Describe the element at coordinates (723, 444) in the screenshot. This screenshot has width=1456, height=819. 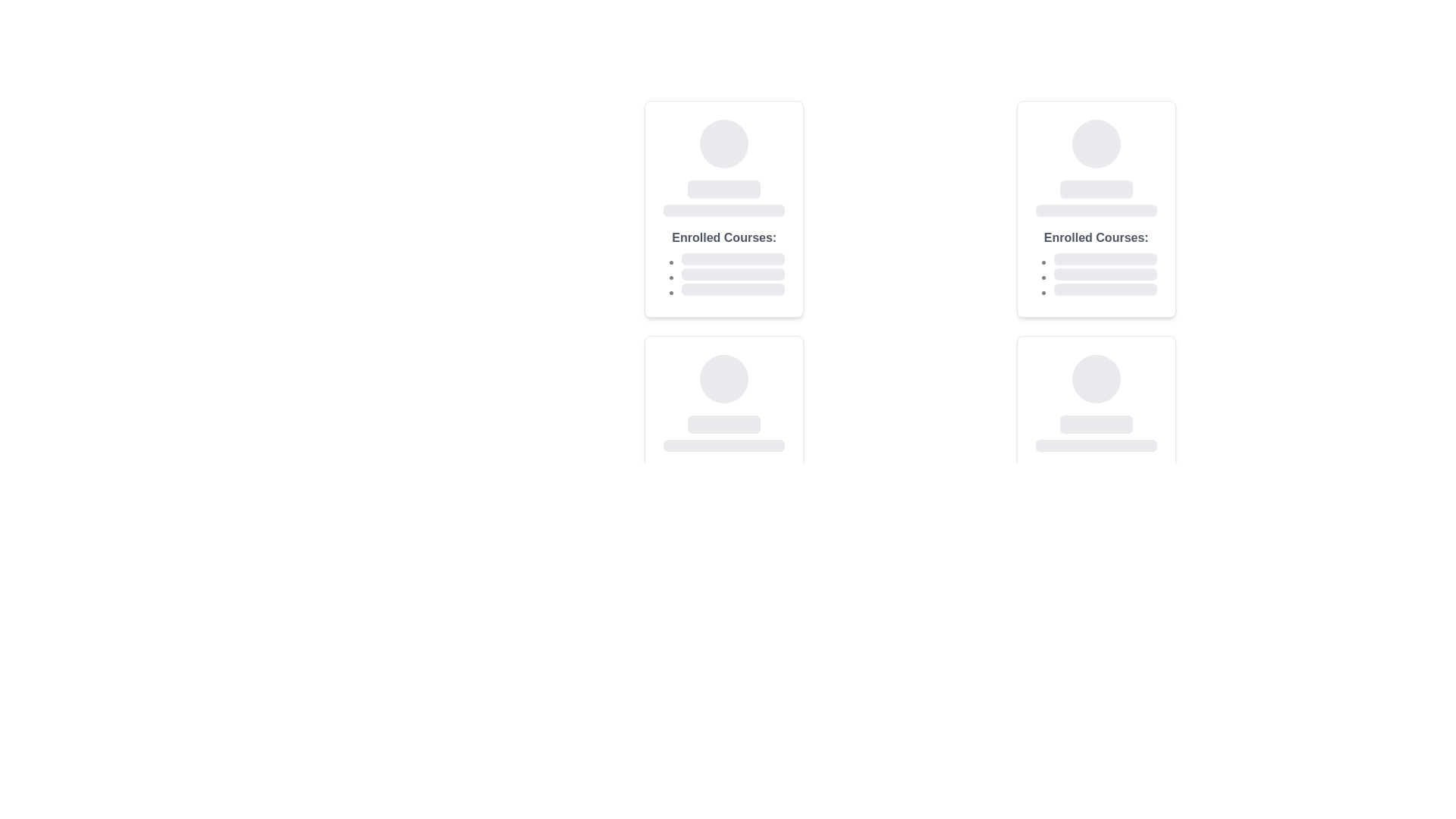
I see `the user profile summary card located in the bottom-left section of the grid layout` at that location.